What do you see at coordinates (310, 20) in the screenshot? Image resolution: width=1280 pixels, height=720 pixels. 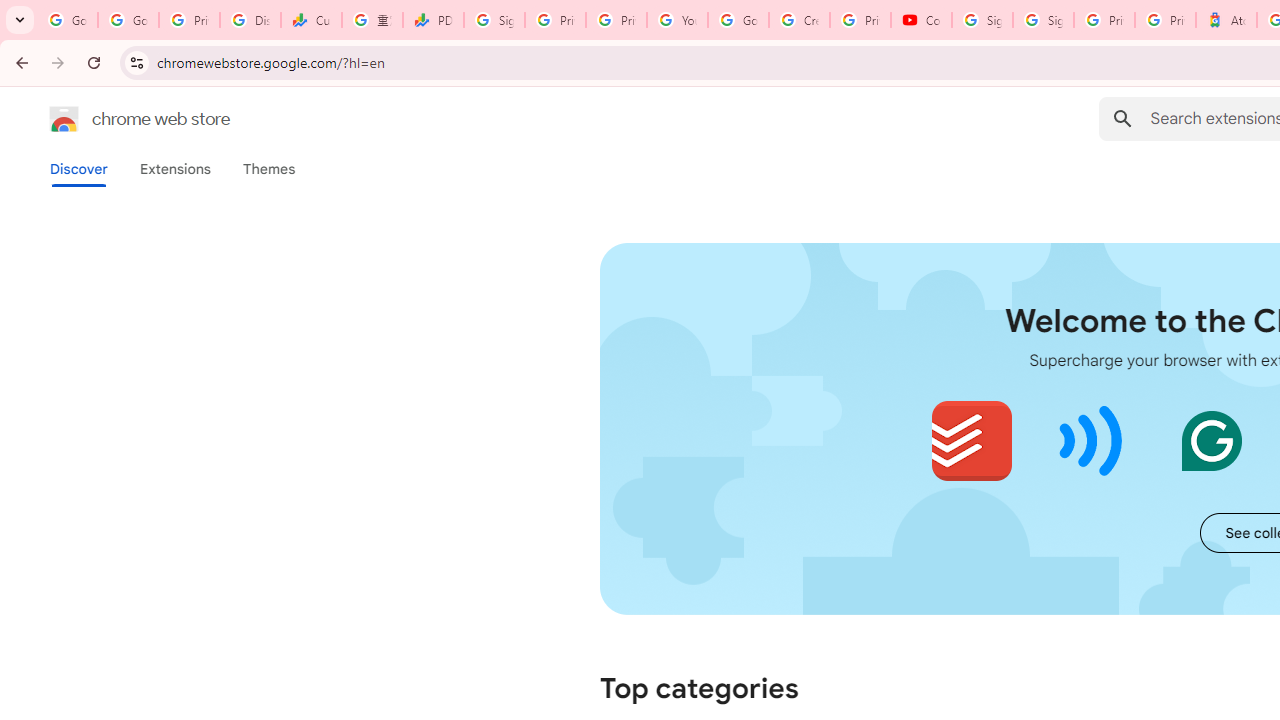 I see `'Currencies - Google Finance'` at bounding box center [310, 20].